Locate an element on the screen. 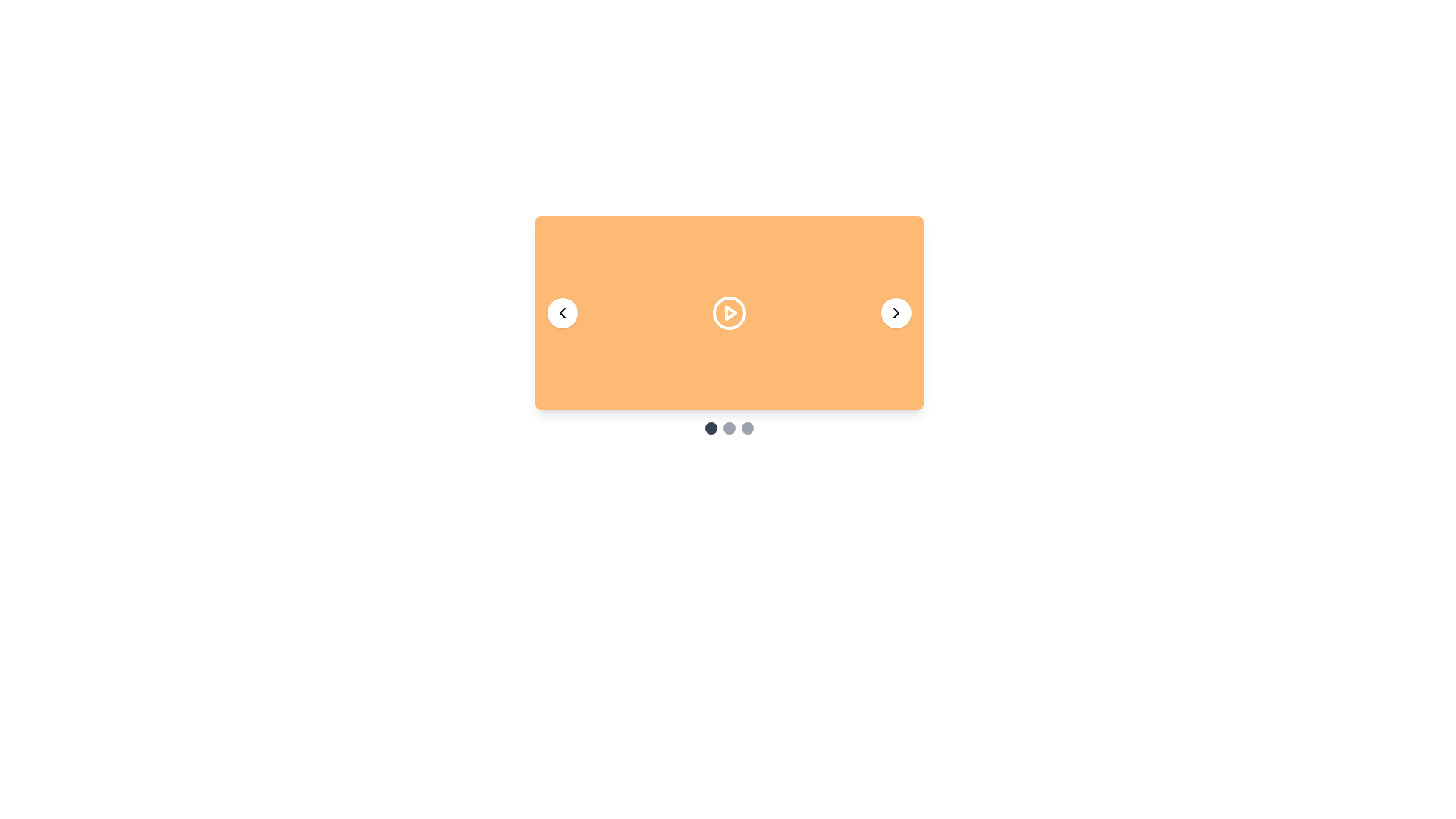 The height and width of the screenshot is (819, 1456). the second radio button, which is a small circular button with a gray background, located in the middle of three similar buttons arranged horizontally is located at coordinates (729, 428).